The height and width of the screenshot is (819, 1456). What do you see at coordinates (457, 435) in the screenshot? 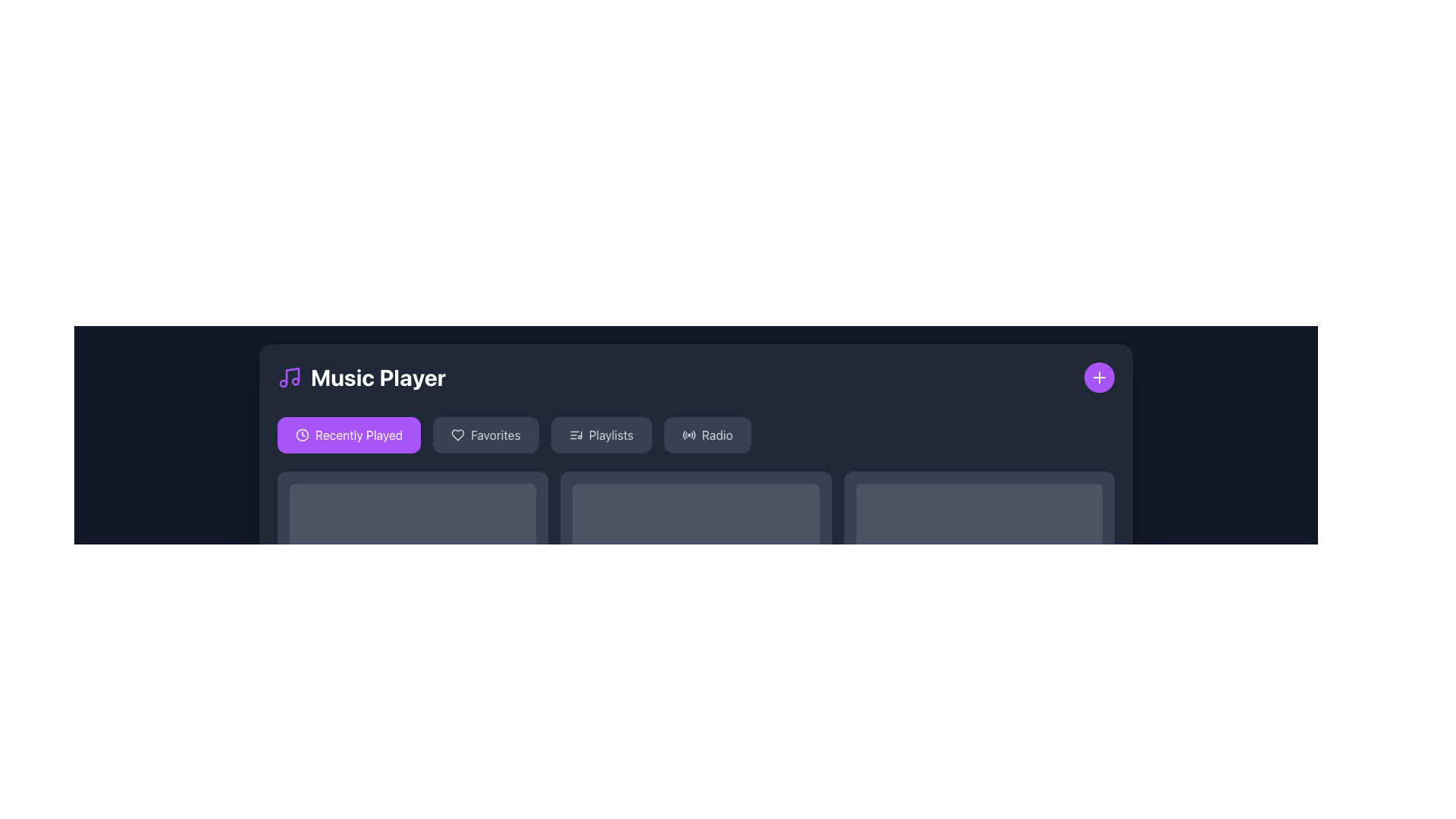
I see `the heart-shaped icon that is part of the 'Favorites' navigation option` at bounding box center [457, 435].